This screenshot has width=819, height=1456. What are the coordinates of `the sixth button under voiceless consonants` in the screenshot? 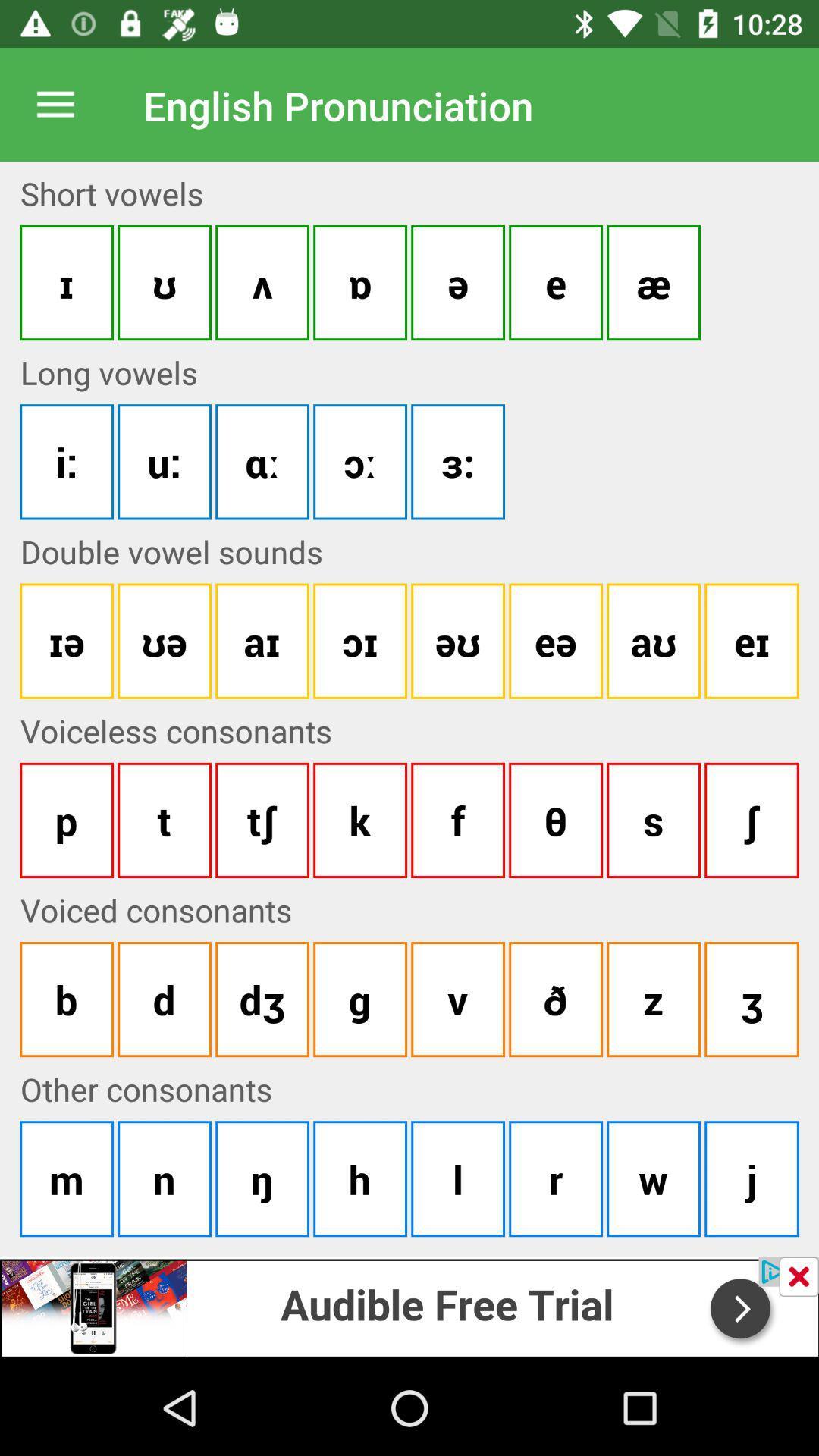 It's located at (555, 999).